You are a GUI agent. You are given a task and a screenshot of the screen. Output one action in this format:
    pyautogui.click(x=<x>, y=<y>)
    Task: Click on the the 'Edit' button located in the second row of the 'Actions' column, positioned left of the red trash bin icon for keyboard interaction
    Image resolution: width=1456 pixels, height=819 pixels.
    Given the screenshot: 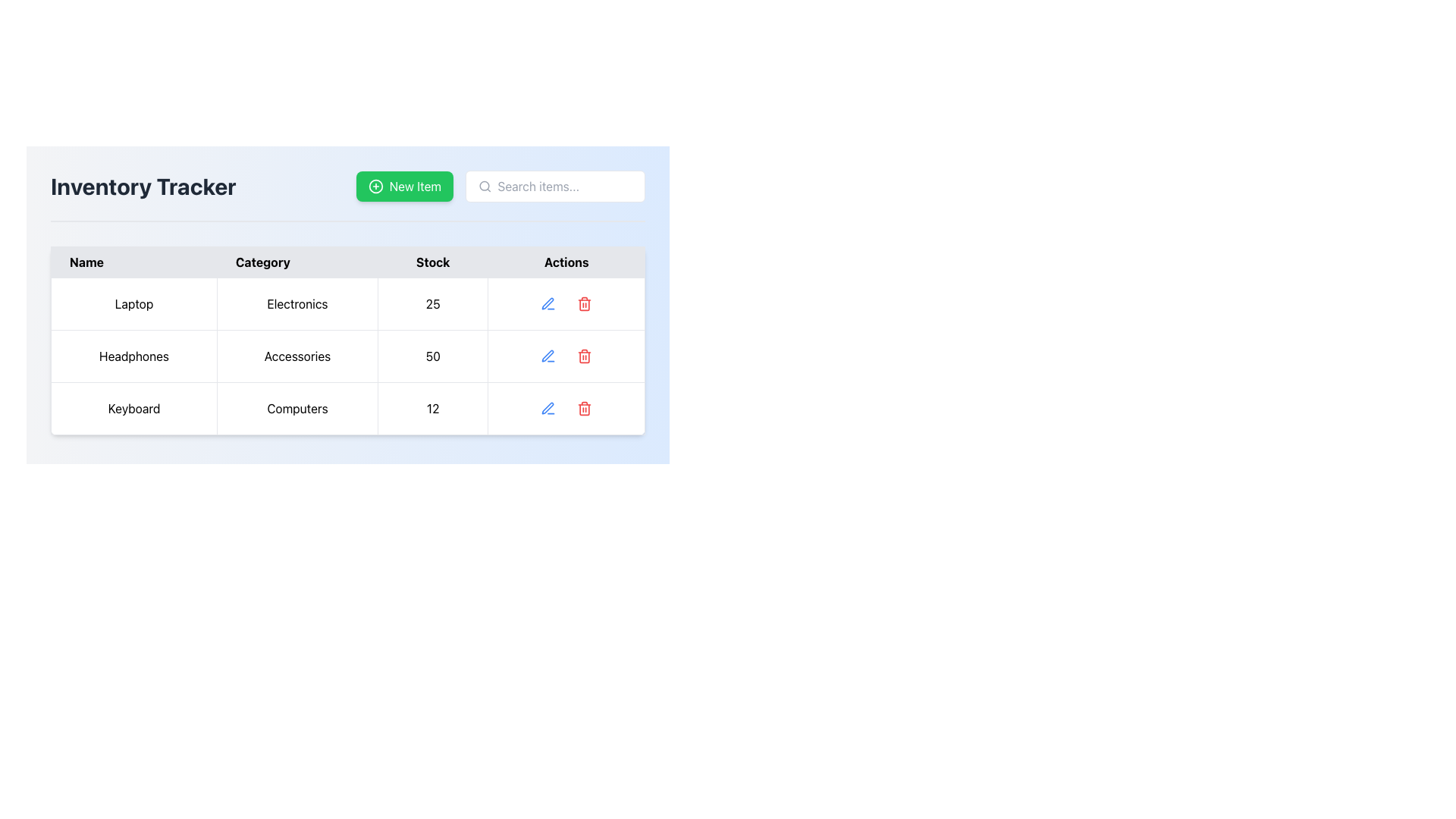 What is the action you would take?
    pyautogui.click(x=547, y=356)
    